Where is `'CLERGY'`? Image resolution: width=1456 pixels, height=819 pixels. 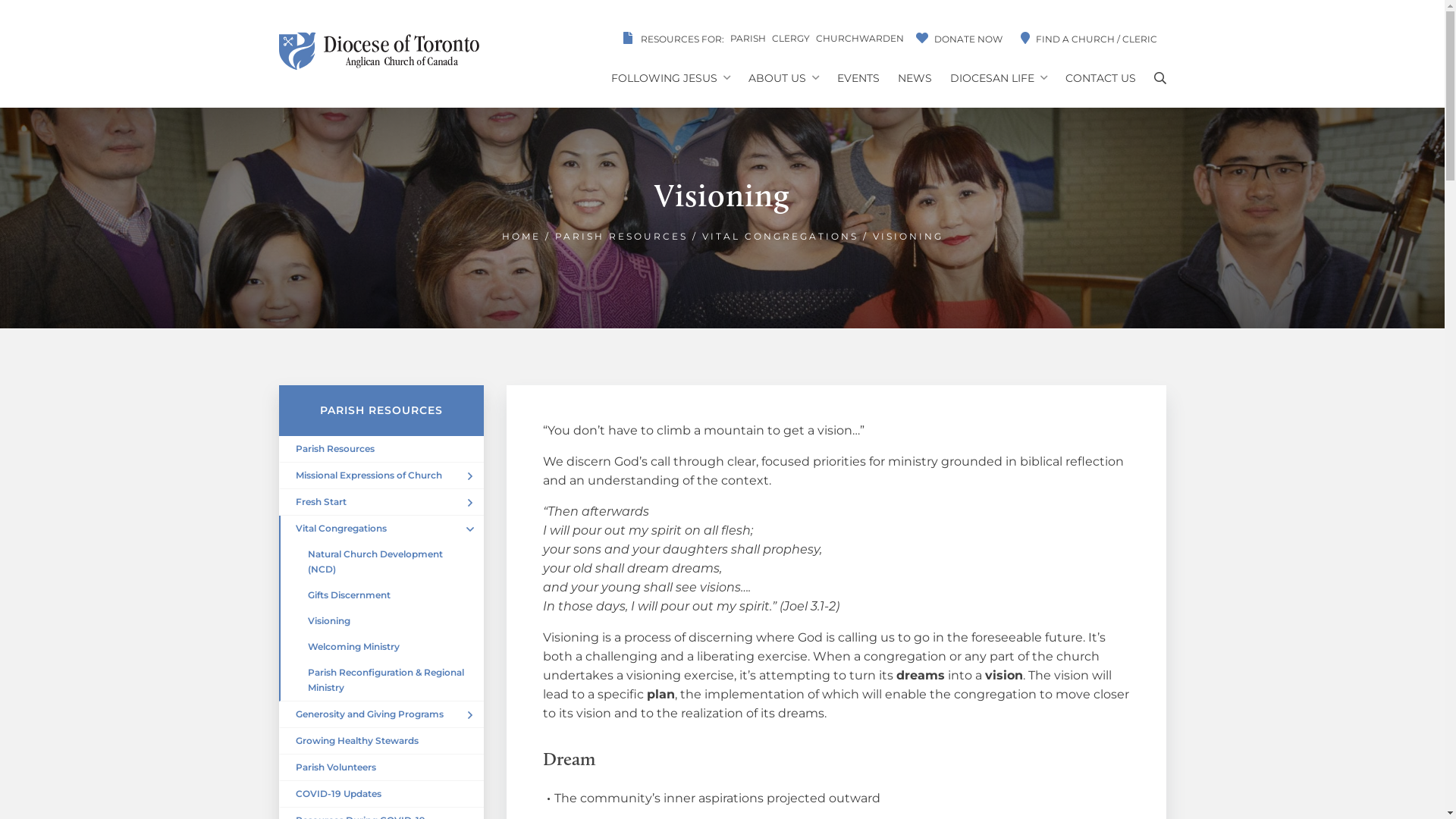
'CLERGY' is located at coordinates (789, 37).